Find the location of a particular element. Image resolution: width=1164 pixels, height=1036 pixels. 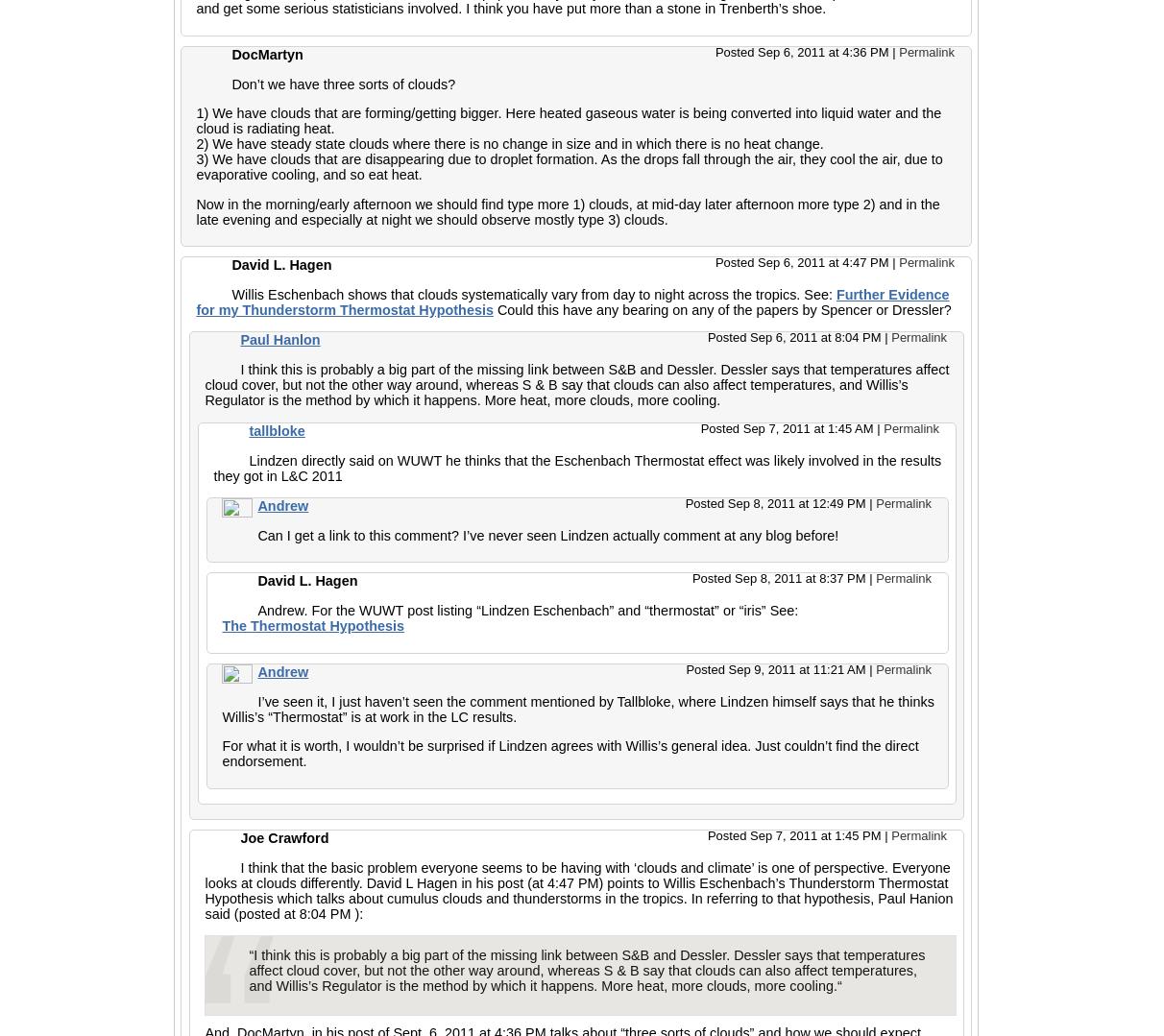

'Willis Eschenbach shows that clouds systematically vary from day to night across the tropics. See:' is located at coordinates (533, 293).